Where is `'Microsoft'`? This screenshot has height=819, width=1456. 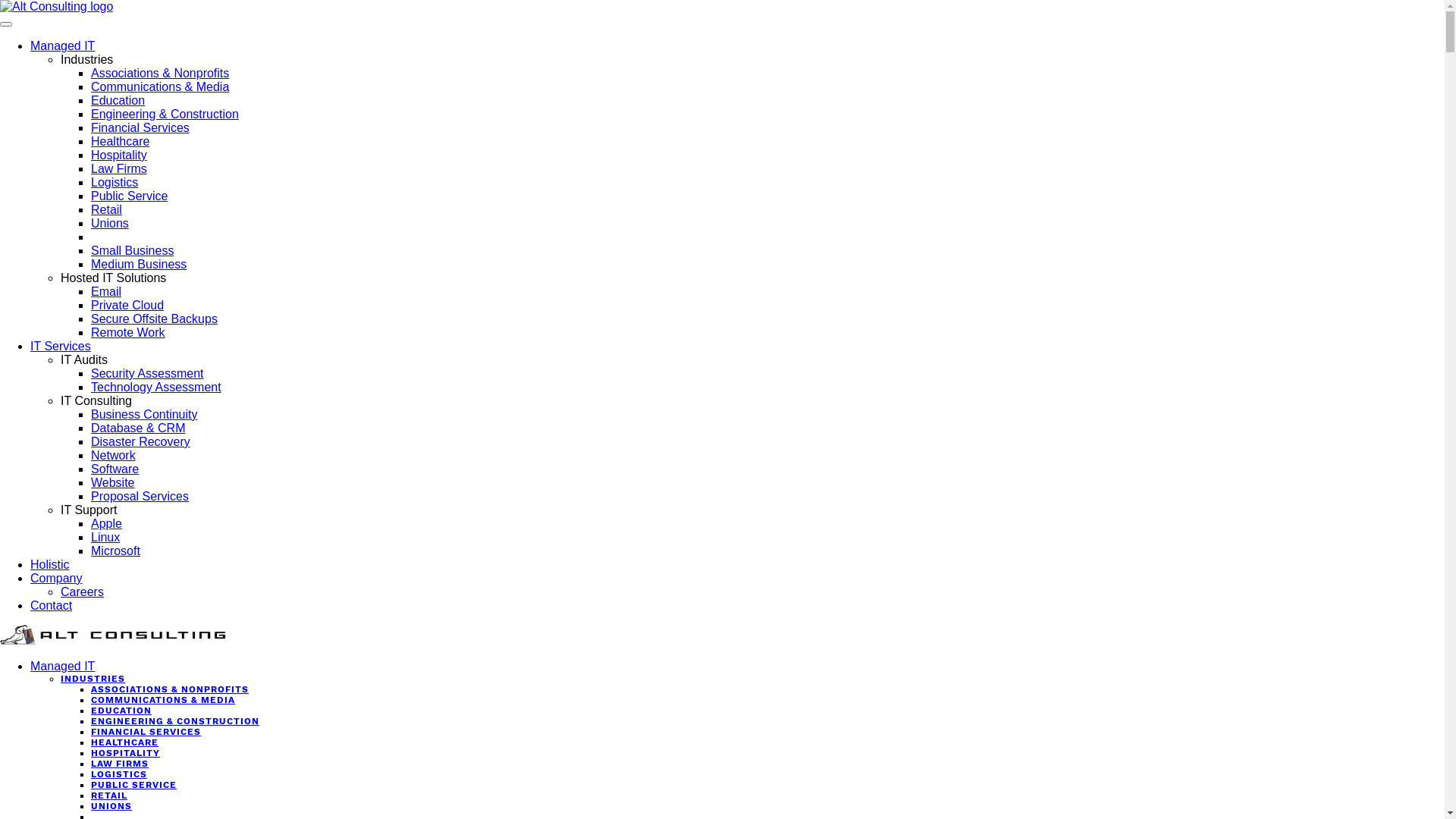 'Microsoft' is located at coordinates (115, 551).